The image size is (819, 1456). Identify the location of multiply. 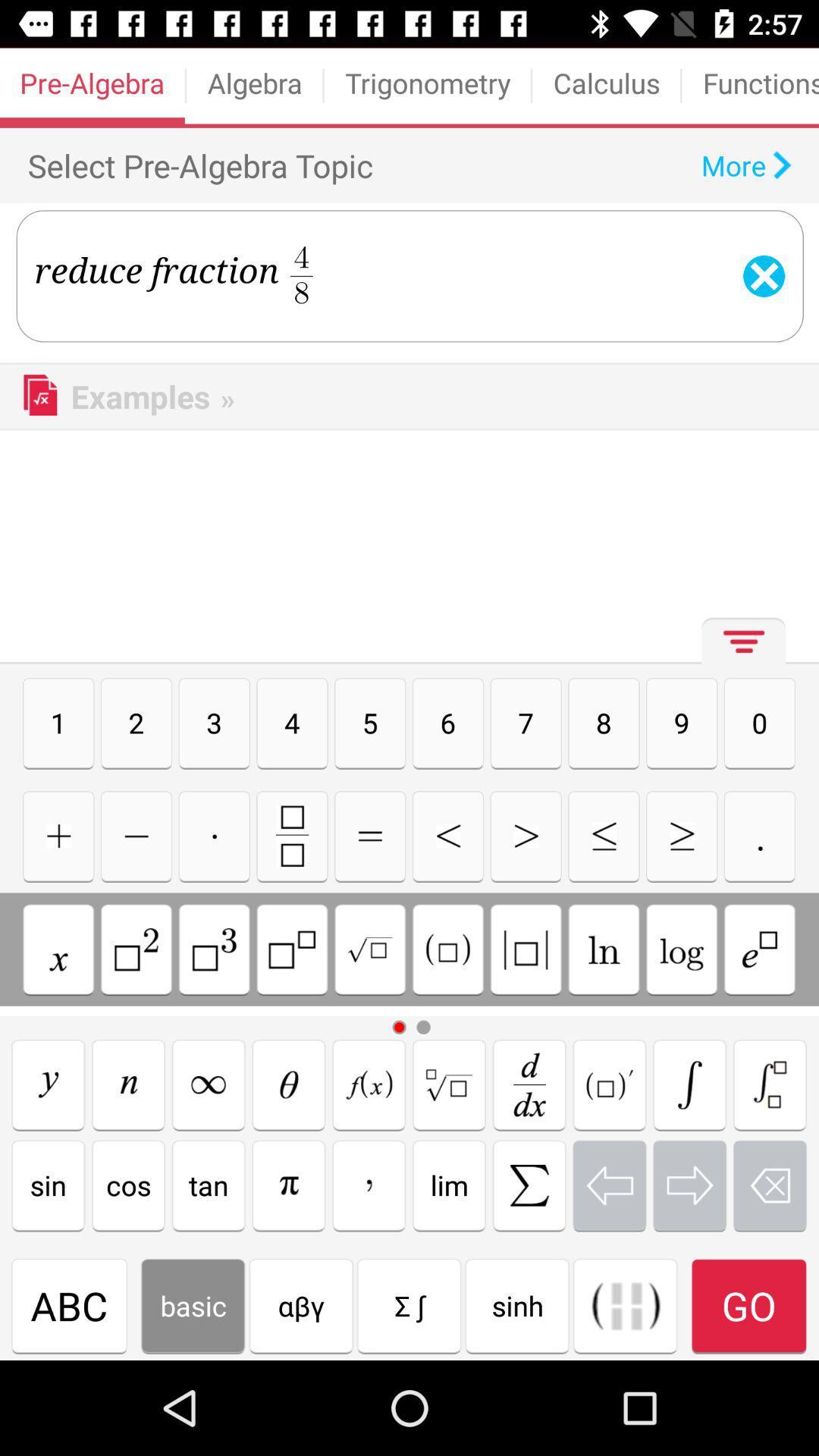
(214, 835).